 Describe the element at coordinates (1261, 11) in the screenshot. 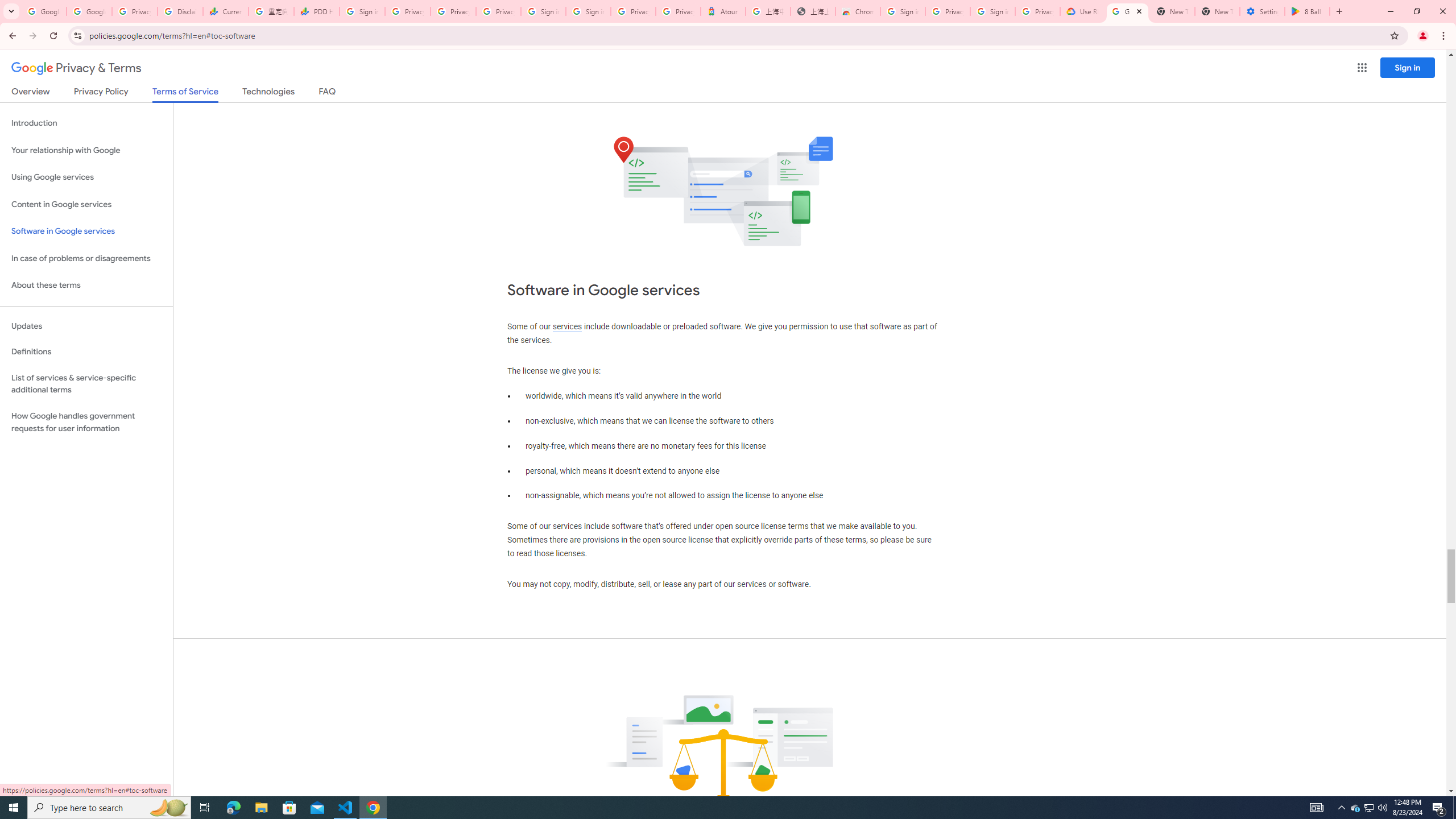

I see `'Settings - System'` at that location.